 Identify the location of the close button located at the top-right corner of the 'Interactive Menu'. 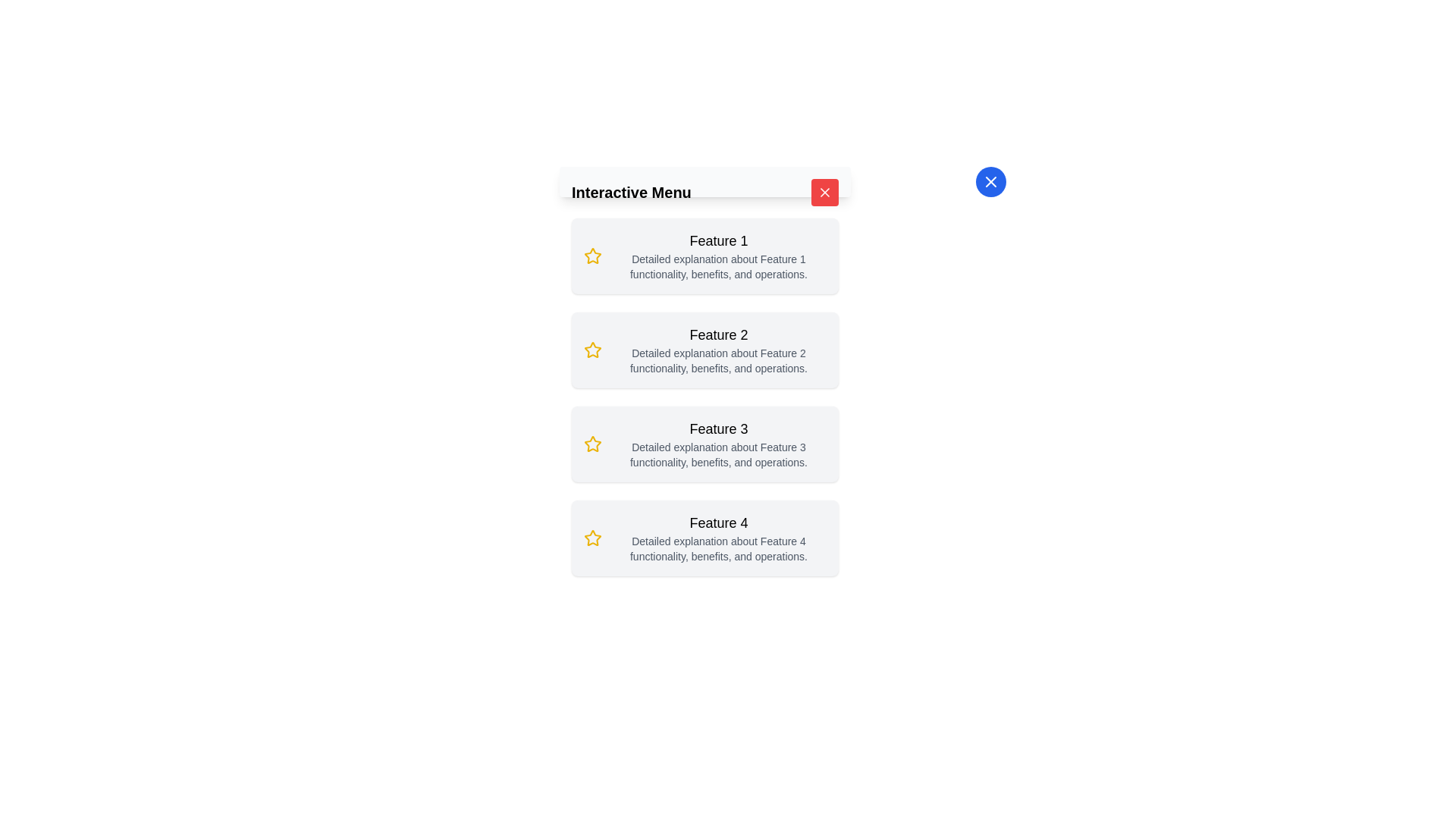
(824, 192).